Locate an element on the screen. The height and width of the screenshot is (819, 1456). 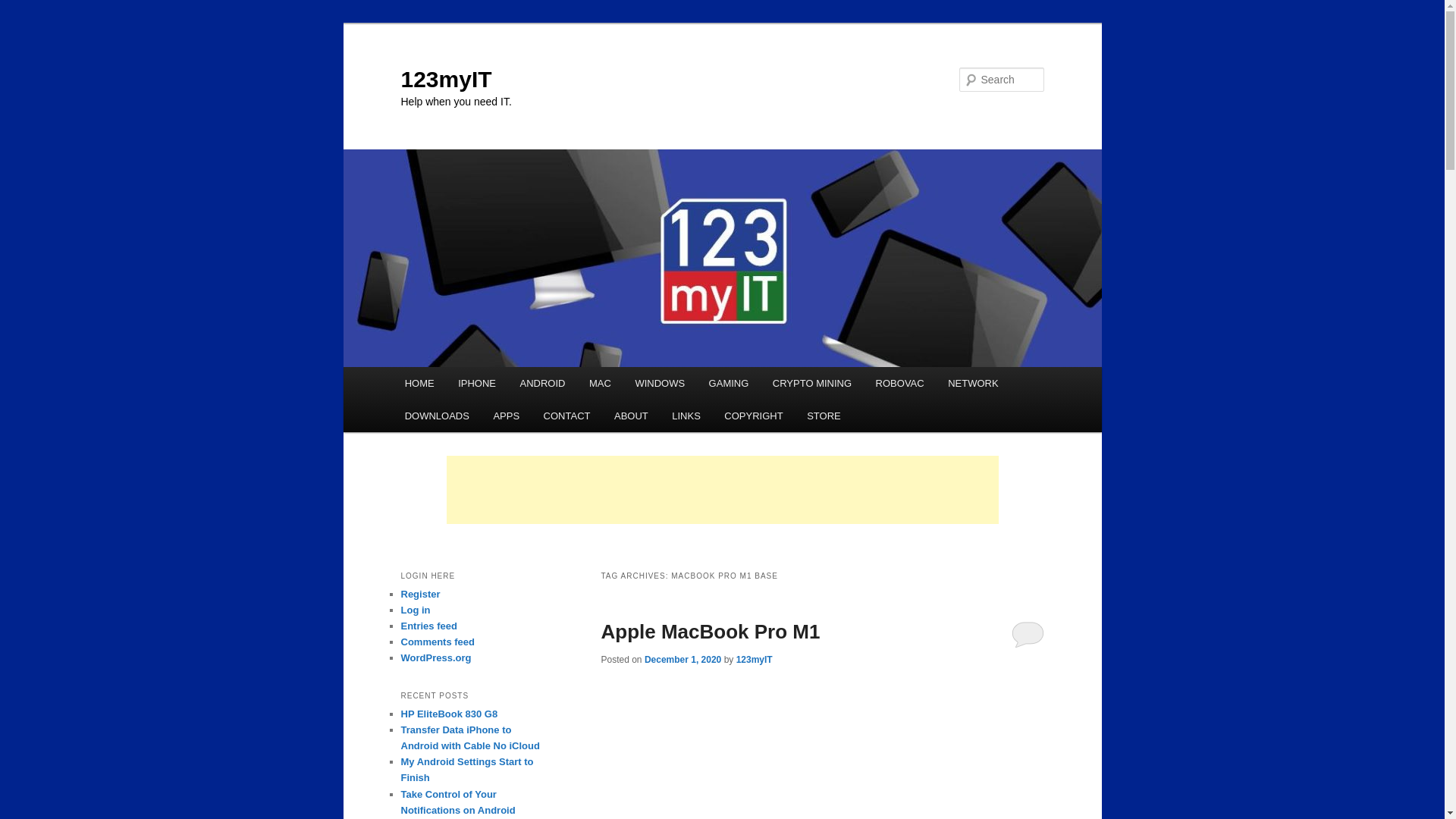
'Entries feed' is located at coordinates (428, 626).